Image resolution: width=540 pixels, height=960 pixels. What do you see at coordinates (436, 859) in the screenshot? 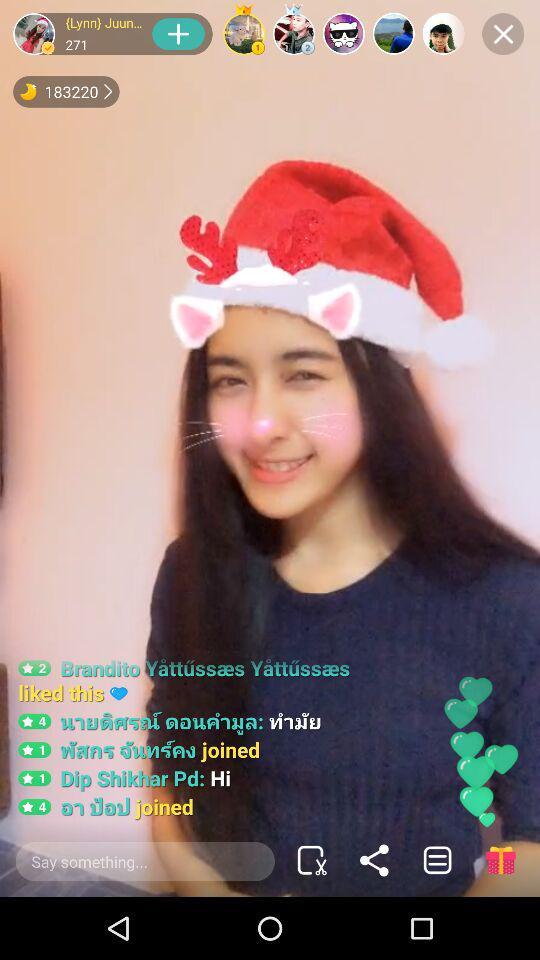
I see `the menu icon` at bounding box center [436, 859].